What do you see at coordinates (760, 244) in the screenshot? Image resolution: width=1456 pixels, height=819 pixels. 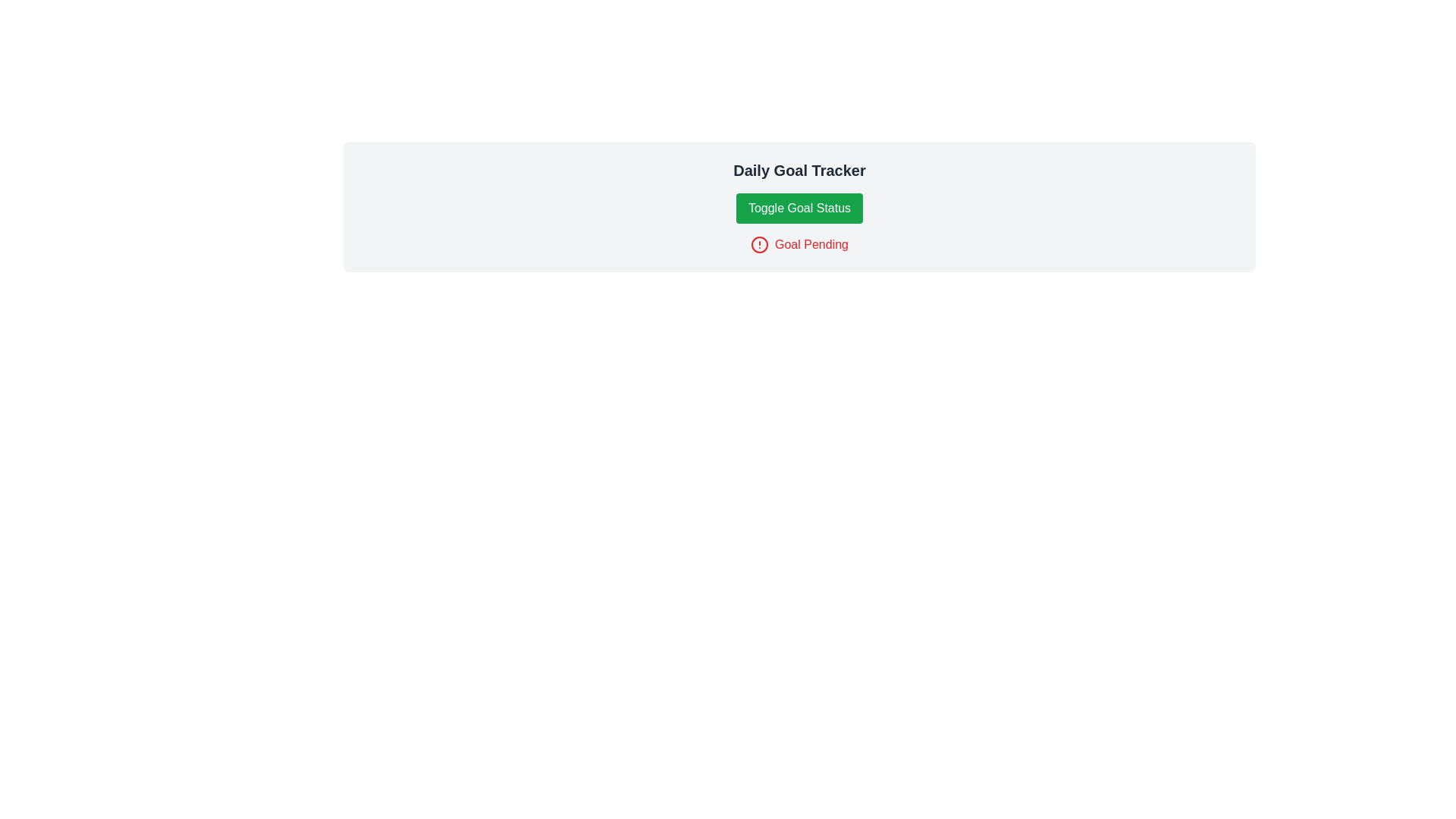 I see `the red circular shape within the alert icon` at bounding box center [760, 244].